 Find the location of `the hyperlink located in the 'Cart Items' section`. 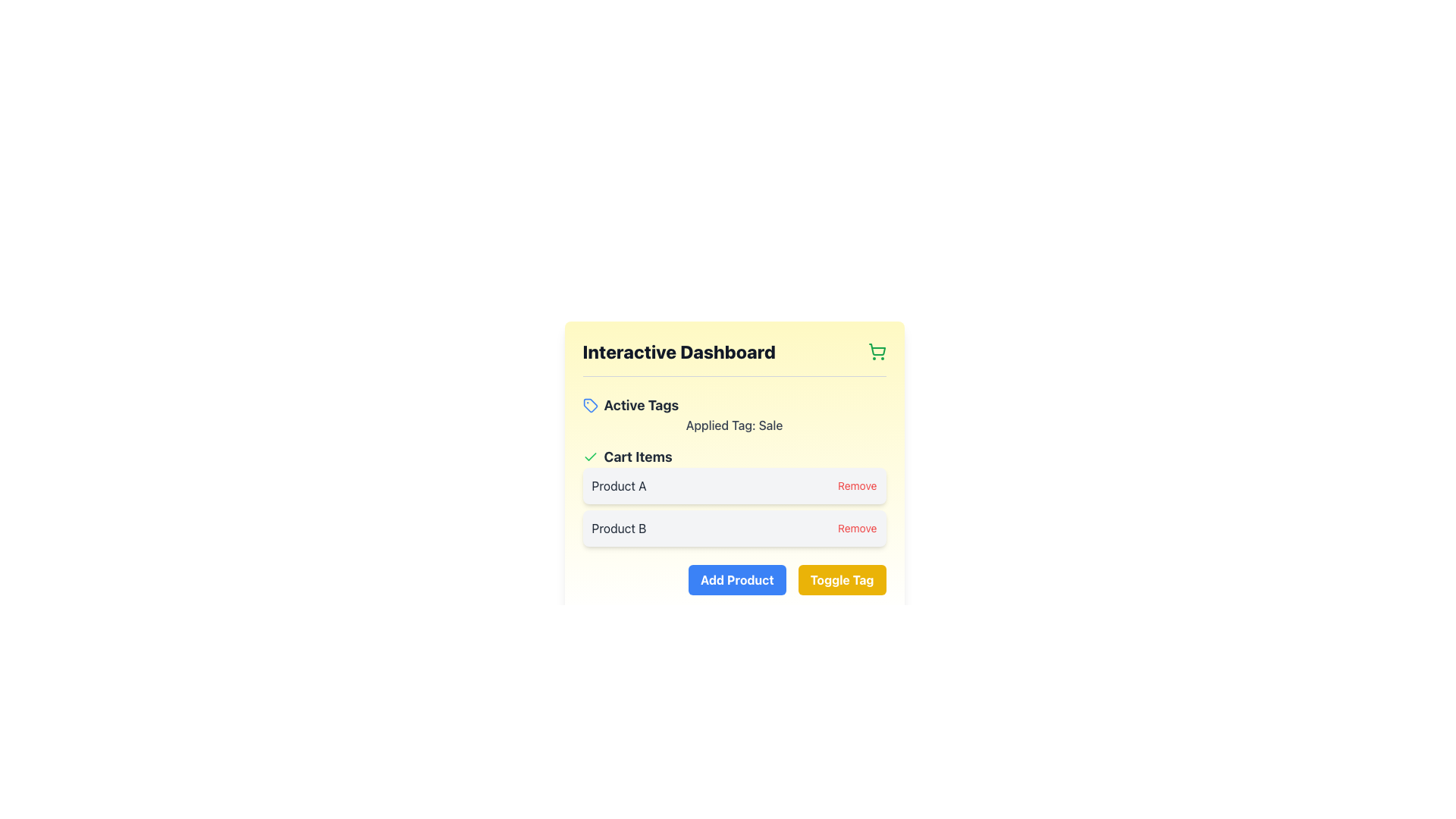

the hyperlink located in the 'Cart Items' section is located at coordinates (857, 485).